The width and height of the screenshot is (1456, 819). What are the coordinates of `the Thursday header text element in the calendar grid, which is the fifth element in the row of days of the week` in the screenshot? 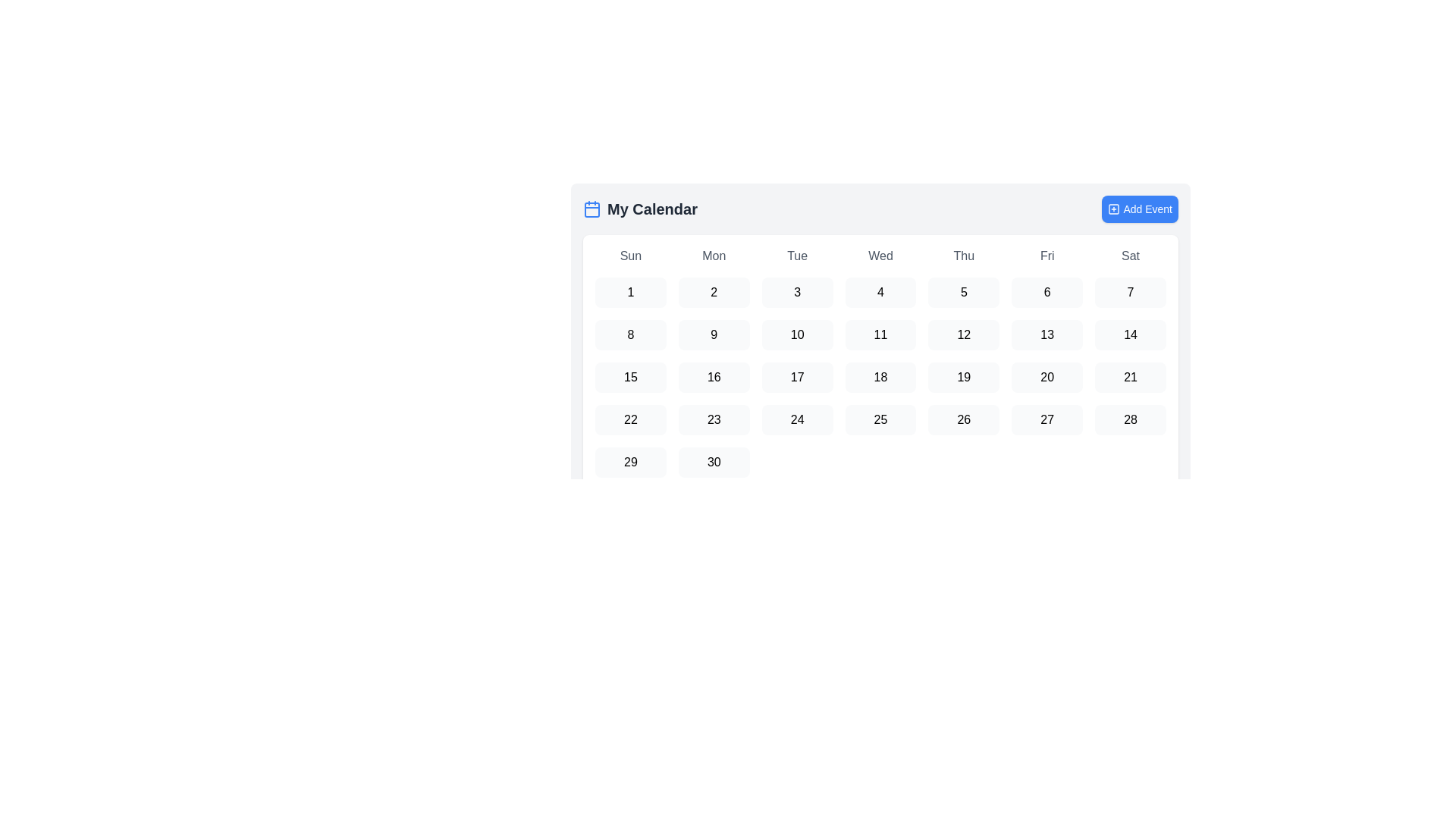 It's located at (963, 256).